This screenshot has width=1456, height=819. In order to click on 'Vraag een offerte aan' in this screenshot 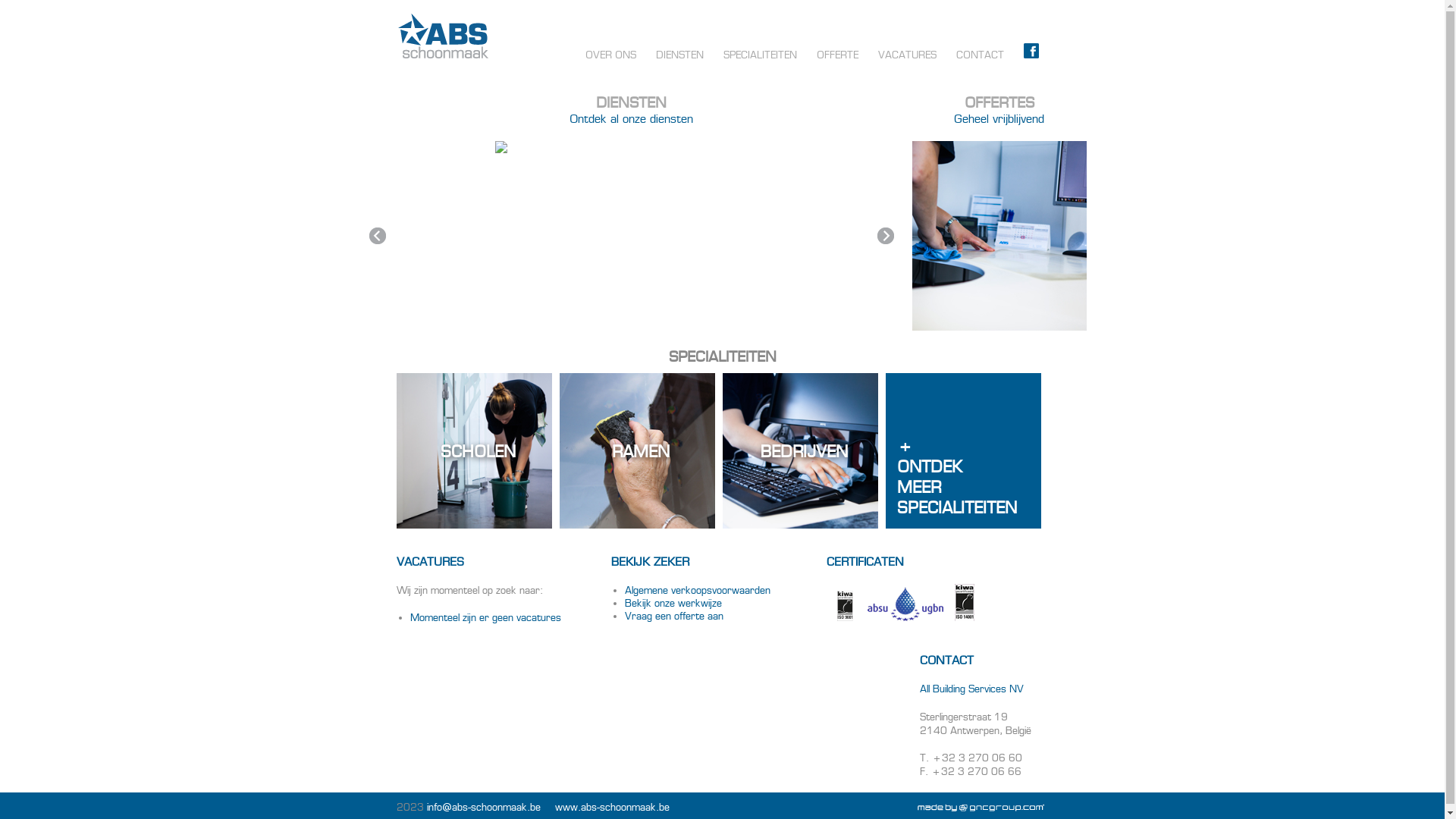, I will do `click(673, 616)`.